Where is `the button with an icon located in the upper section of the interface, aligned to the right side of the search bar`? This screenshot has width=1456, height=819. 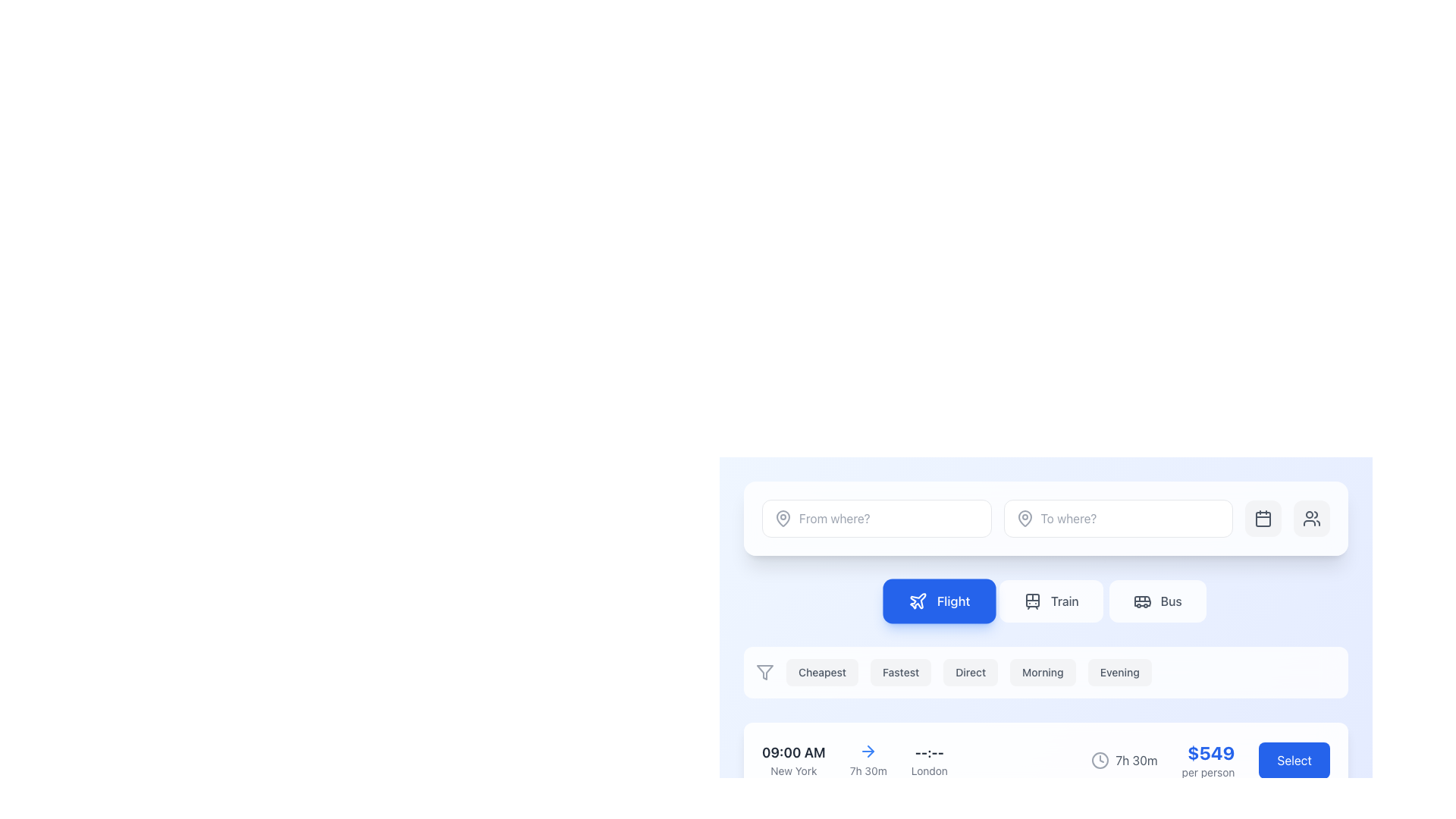
the button with an icon located in the upper section of the interface, aligned to the right side of the search bar is located at coordinates (1263, 517).